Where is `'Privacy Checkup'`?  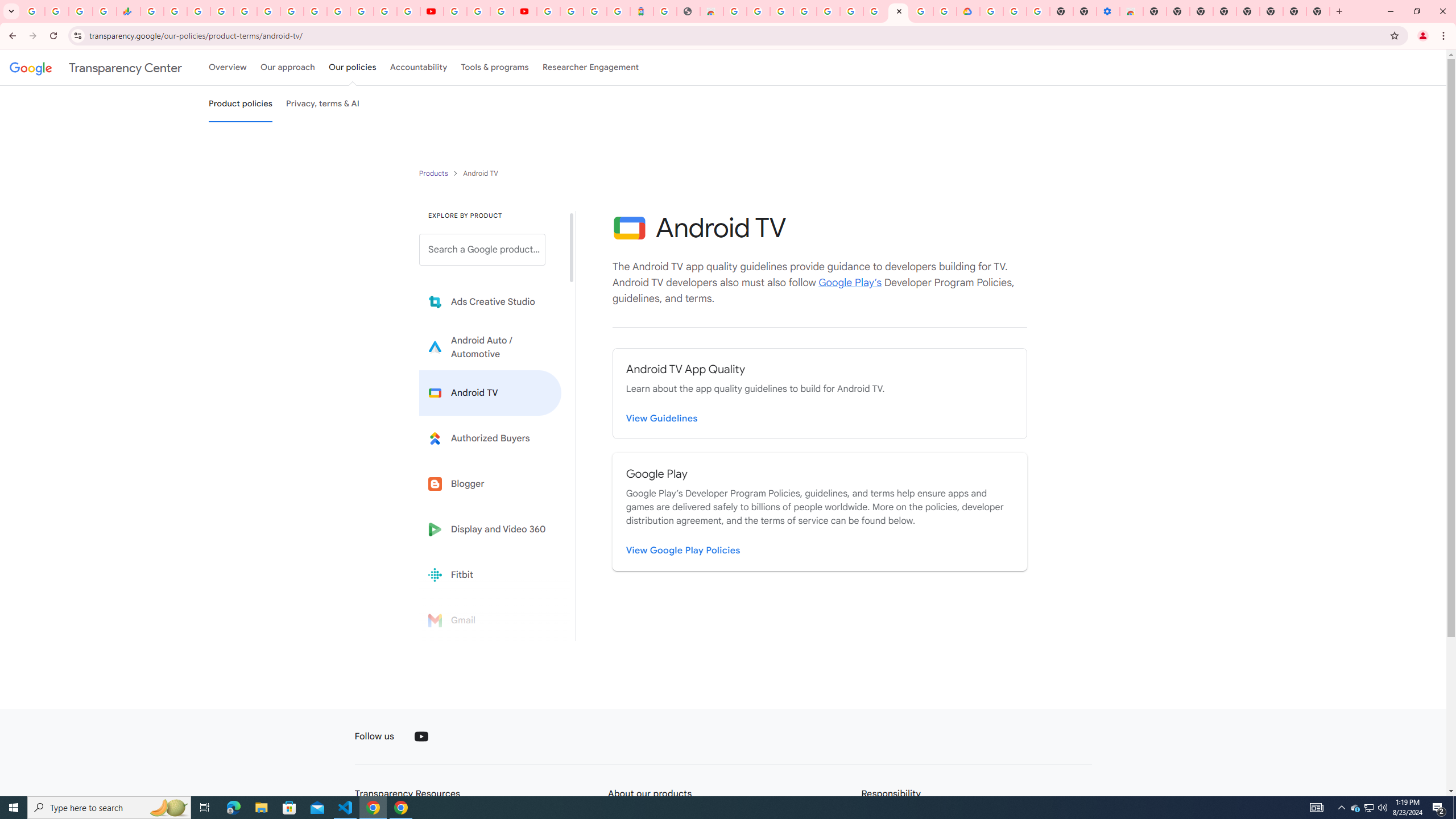 'Privacy Checkup' is located at coordinates (408, 11).